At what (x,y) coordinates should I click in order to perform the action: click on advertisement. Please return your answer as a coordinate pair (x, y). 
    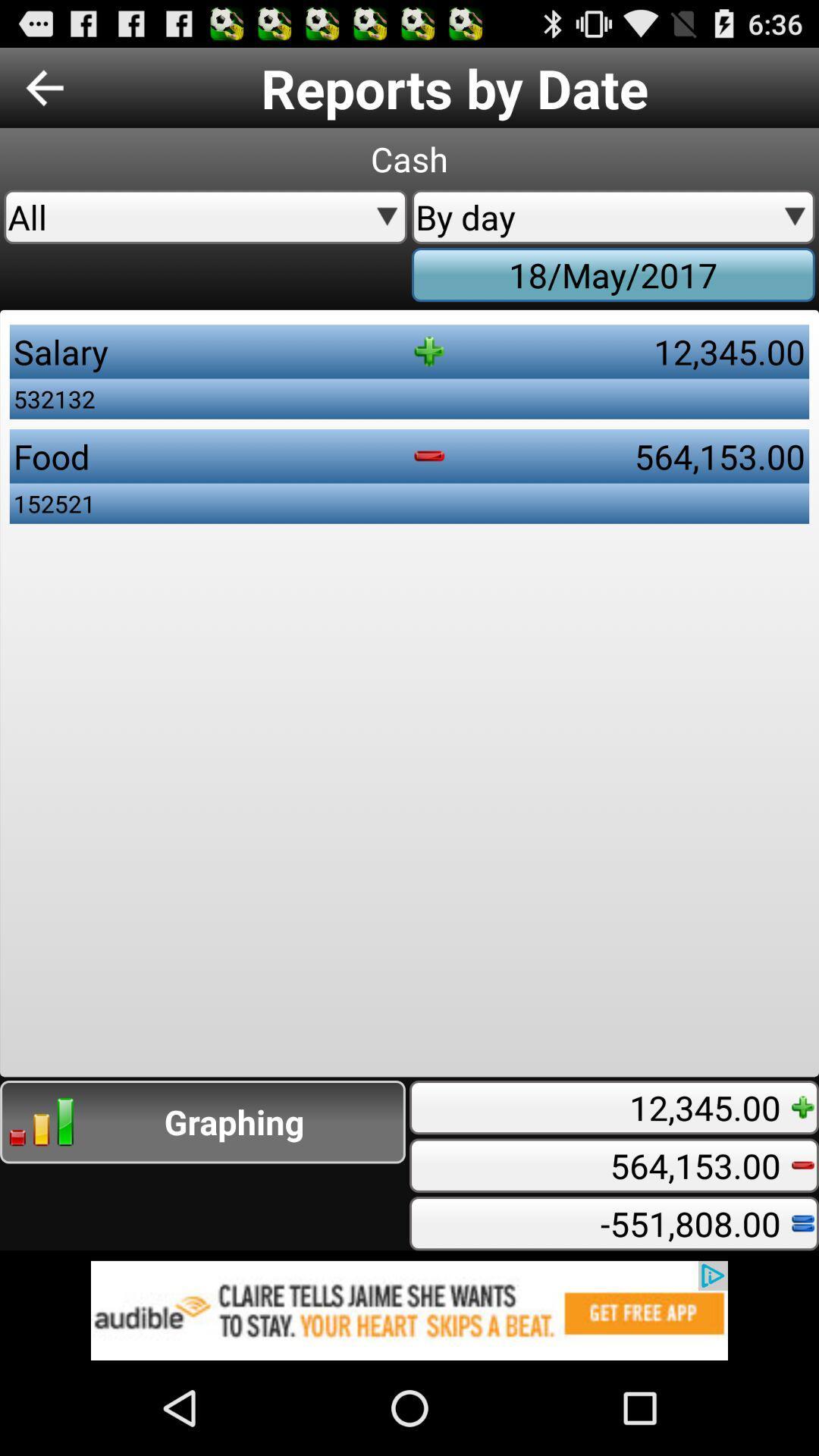
    Looking at the image, I should click on (409, 1310).